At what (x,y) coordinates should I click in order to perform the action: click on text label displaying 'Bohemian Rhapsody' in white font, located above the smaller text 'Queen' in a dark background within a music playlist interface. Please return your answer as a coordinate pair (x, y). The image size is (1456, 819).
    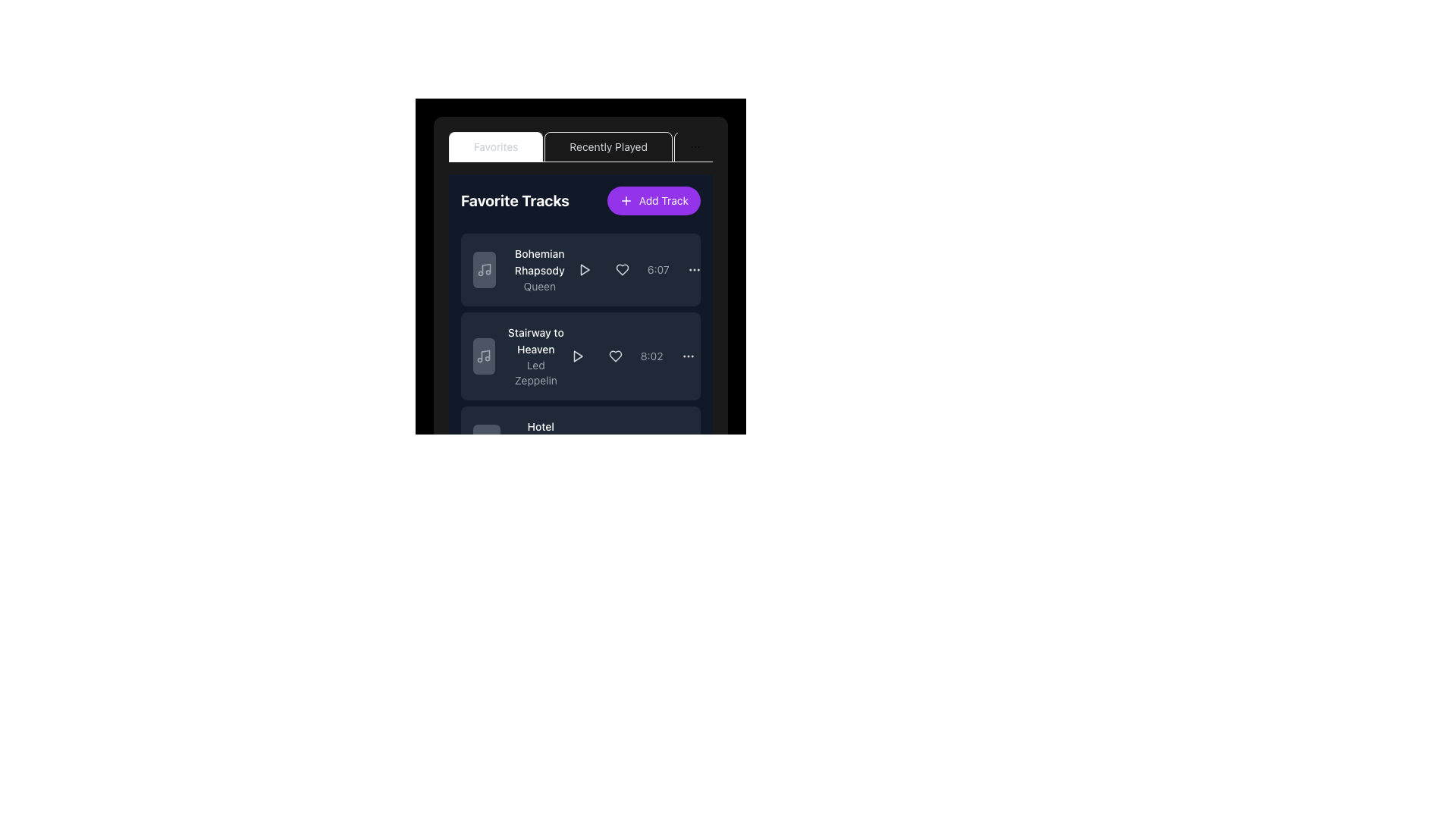
    Looking at the image, I should click on (539, 262).